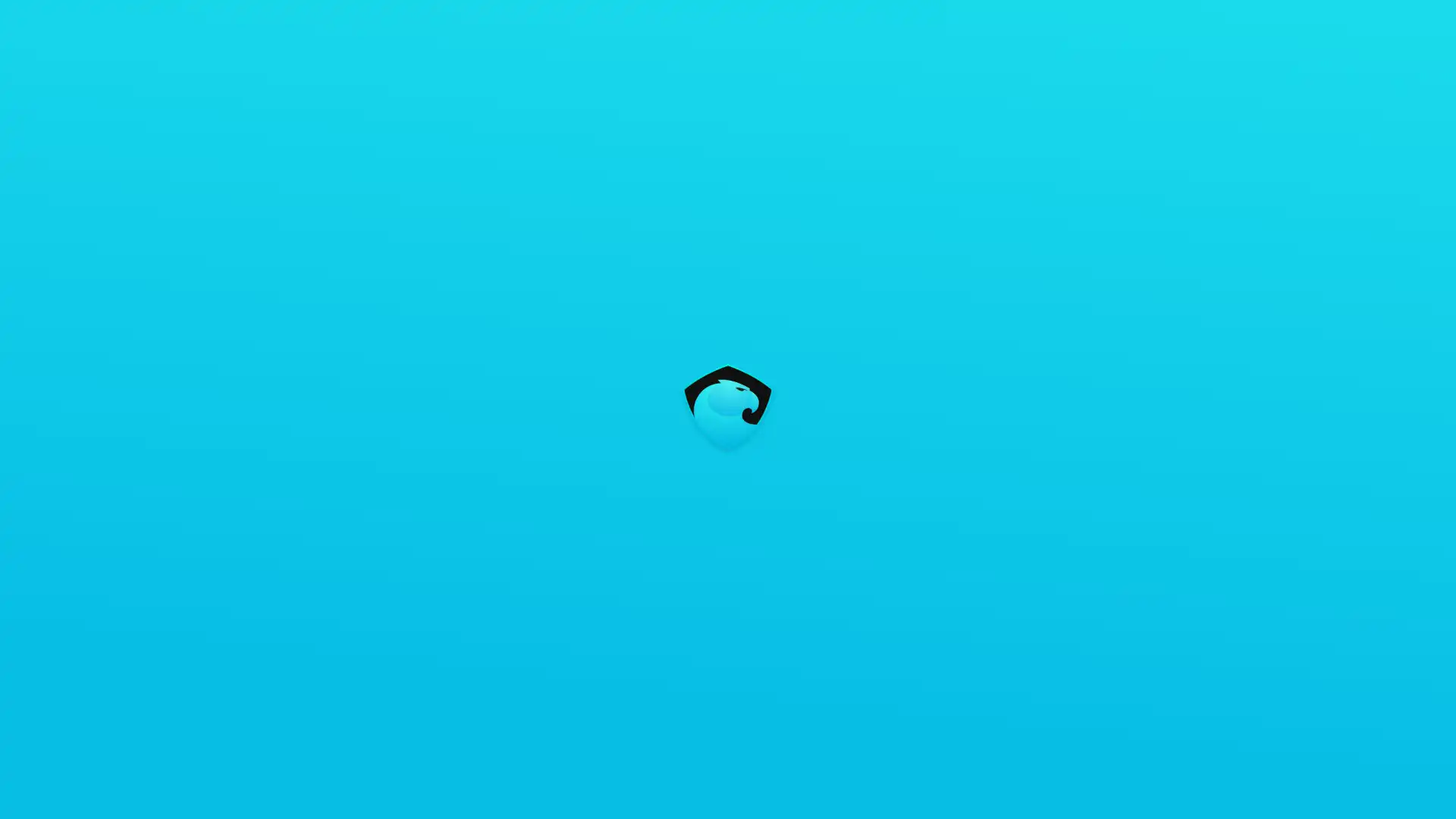 The height and width of the screenshot is (819, 1456). Describe the element at coordinates (1427, 23) in the screenshot. I see `Settings` at that location.